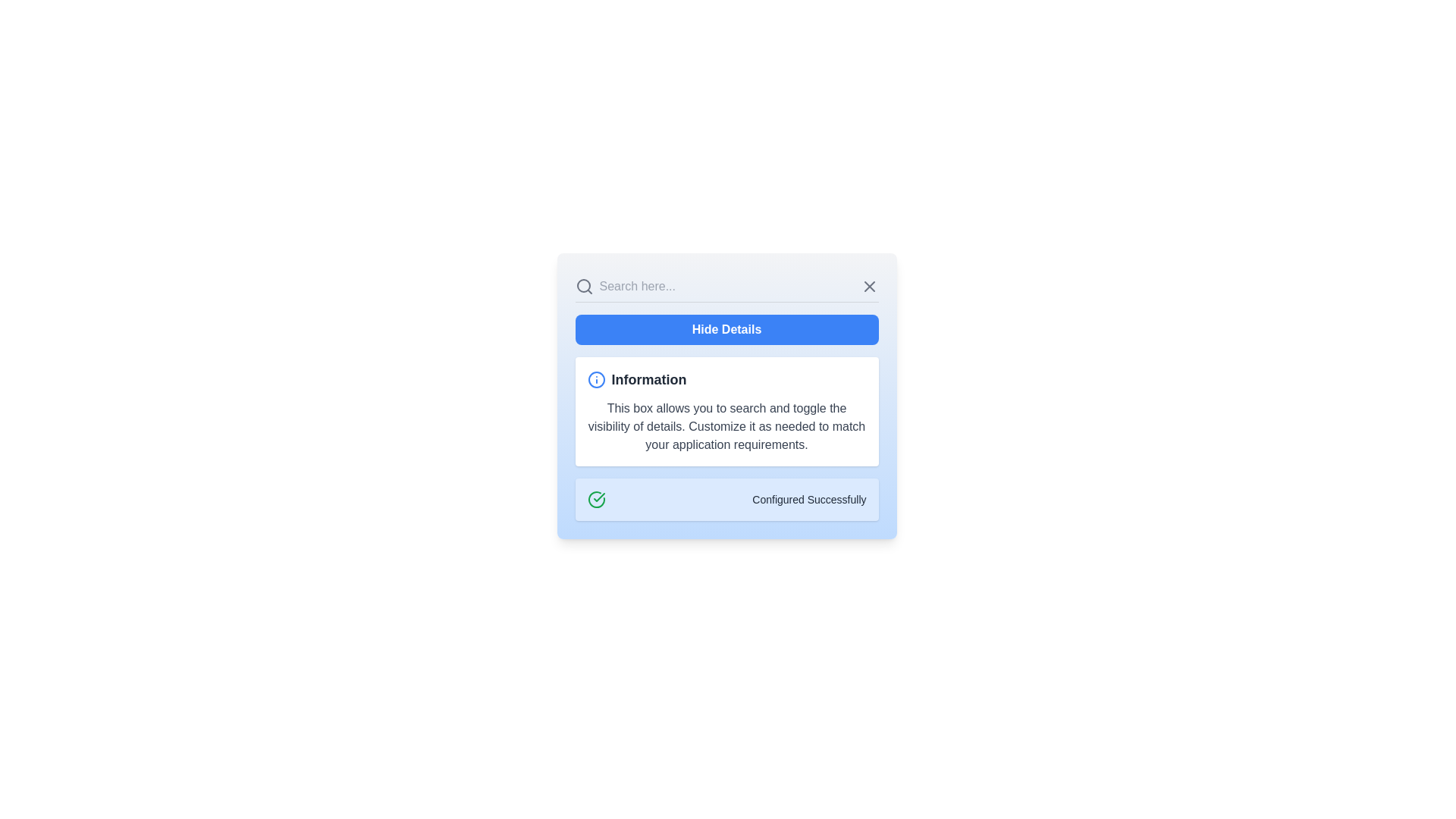 This screenshot has height=819, width=1456. I want to click on the 'X' icon located in the top-right corner of the interface, which is rendered in gray and has a thin stroke style, so click(869, 287).